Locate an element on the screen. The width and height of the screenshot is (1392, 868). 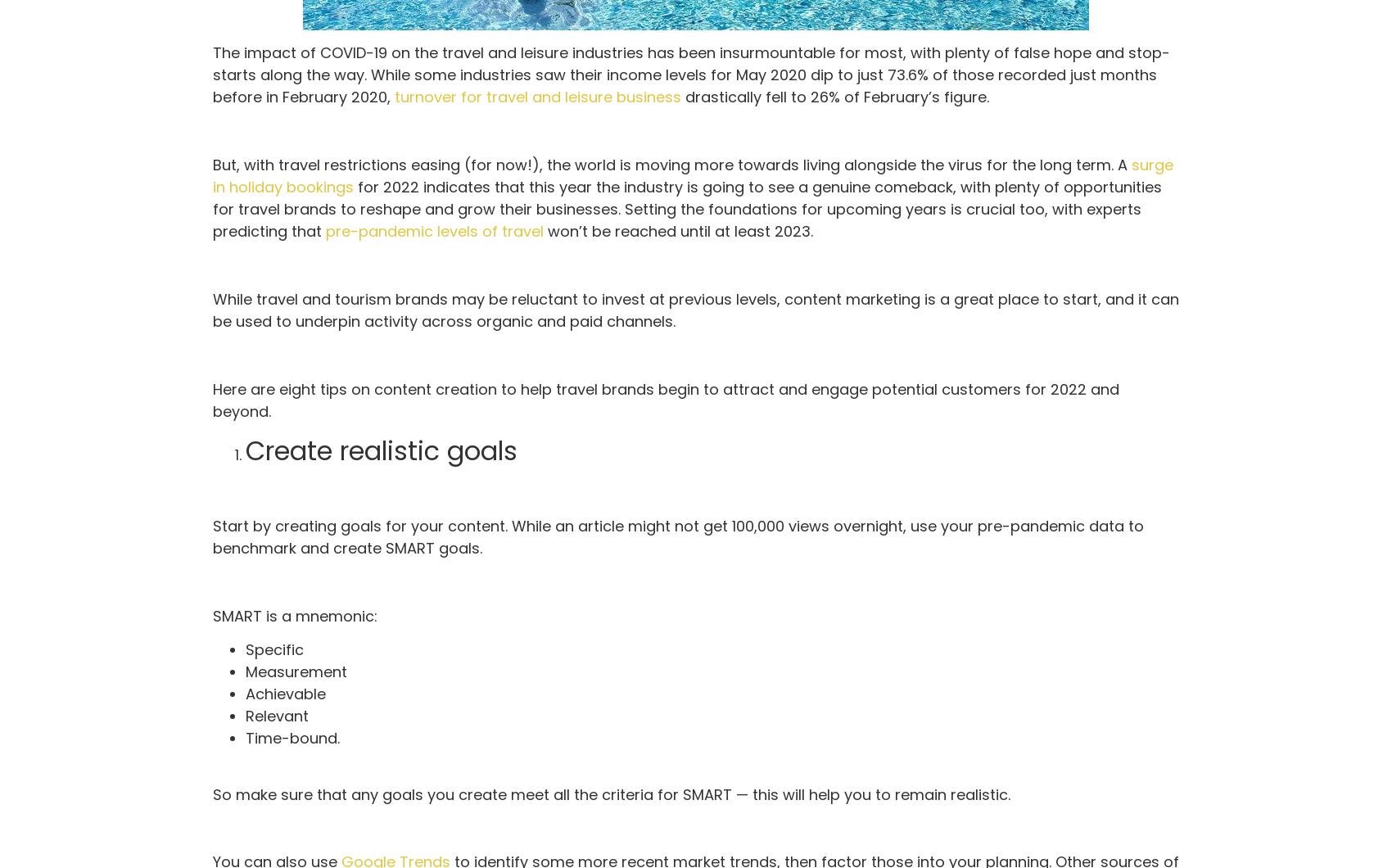
'The impact of COVID-19 on the travel and leisure industries has been insurmountable for most, with plenty of false hope and stop-starts along the way. While some industries saw their income levels for May 2020 dip to just 73.6% of those recorded just months before in February 2020,' is located at coordinates (690, 75).